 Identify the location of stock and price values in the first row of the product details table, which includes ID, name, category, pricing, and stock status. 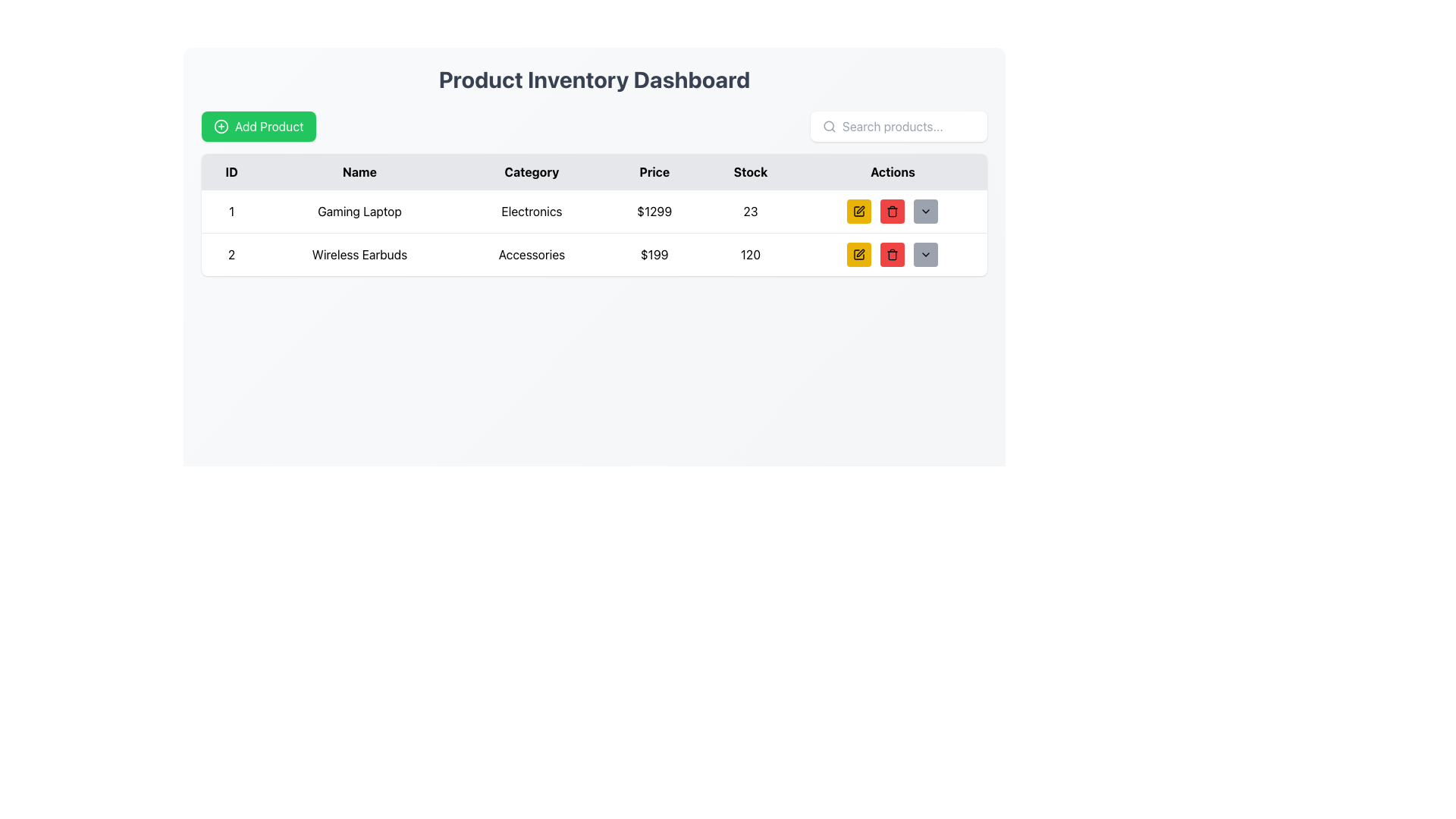
(593, 211).